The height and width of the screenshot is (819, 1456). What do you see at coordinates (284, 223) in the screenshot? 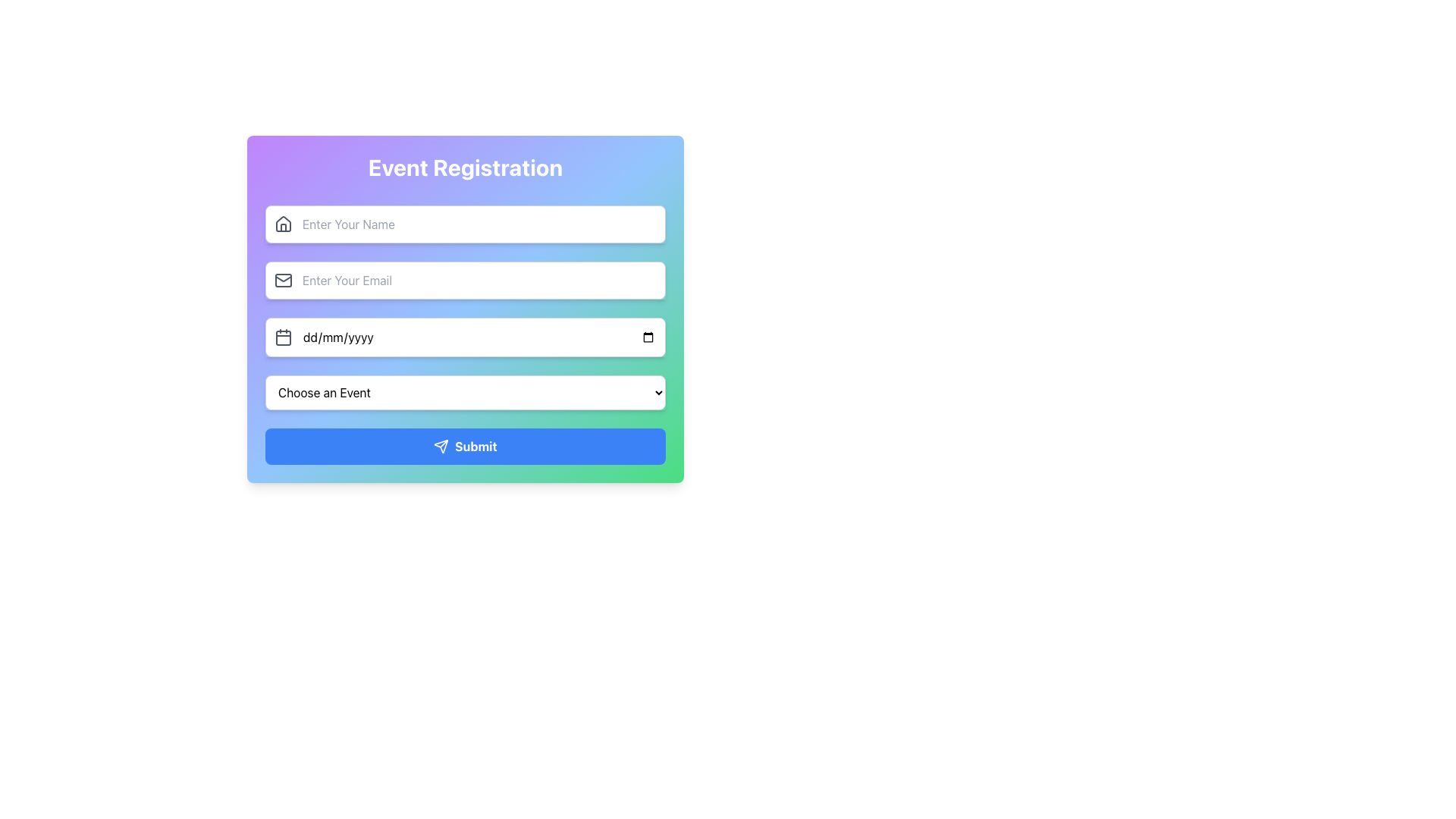
I see `the Decorative Icon, which is a gray house icon with a triangular roof and square base, located to the left of the 'Enter Your Name' placeholder in the input field` at bounding box center [284, 223].